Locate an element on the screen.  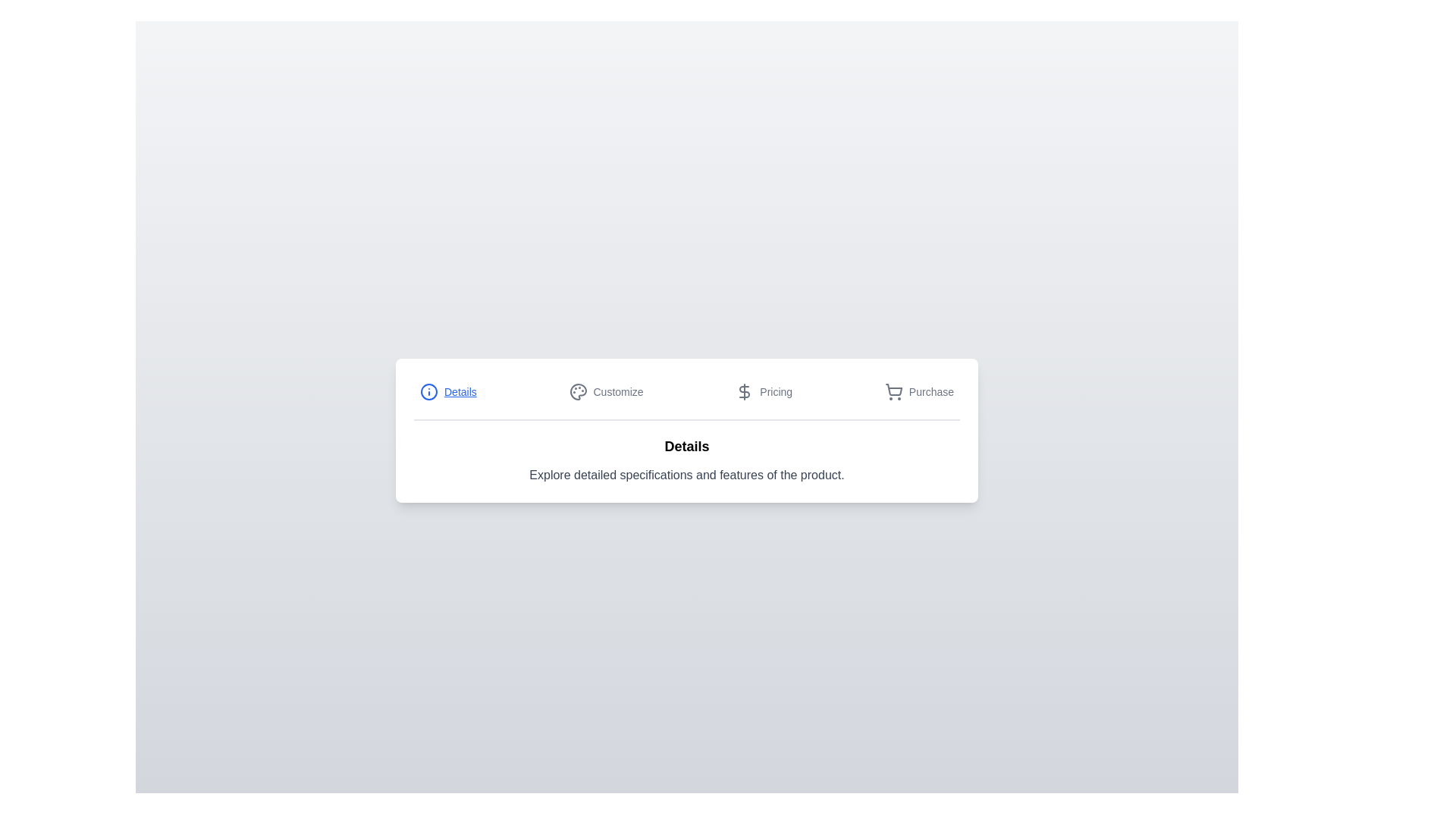
the Customize tab is located at coordinates (604, 391).